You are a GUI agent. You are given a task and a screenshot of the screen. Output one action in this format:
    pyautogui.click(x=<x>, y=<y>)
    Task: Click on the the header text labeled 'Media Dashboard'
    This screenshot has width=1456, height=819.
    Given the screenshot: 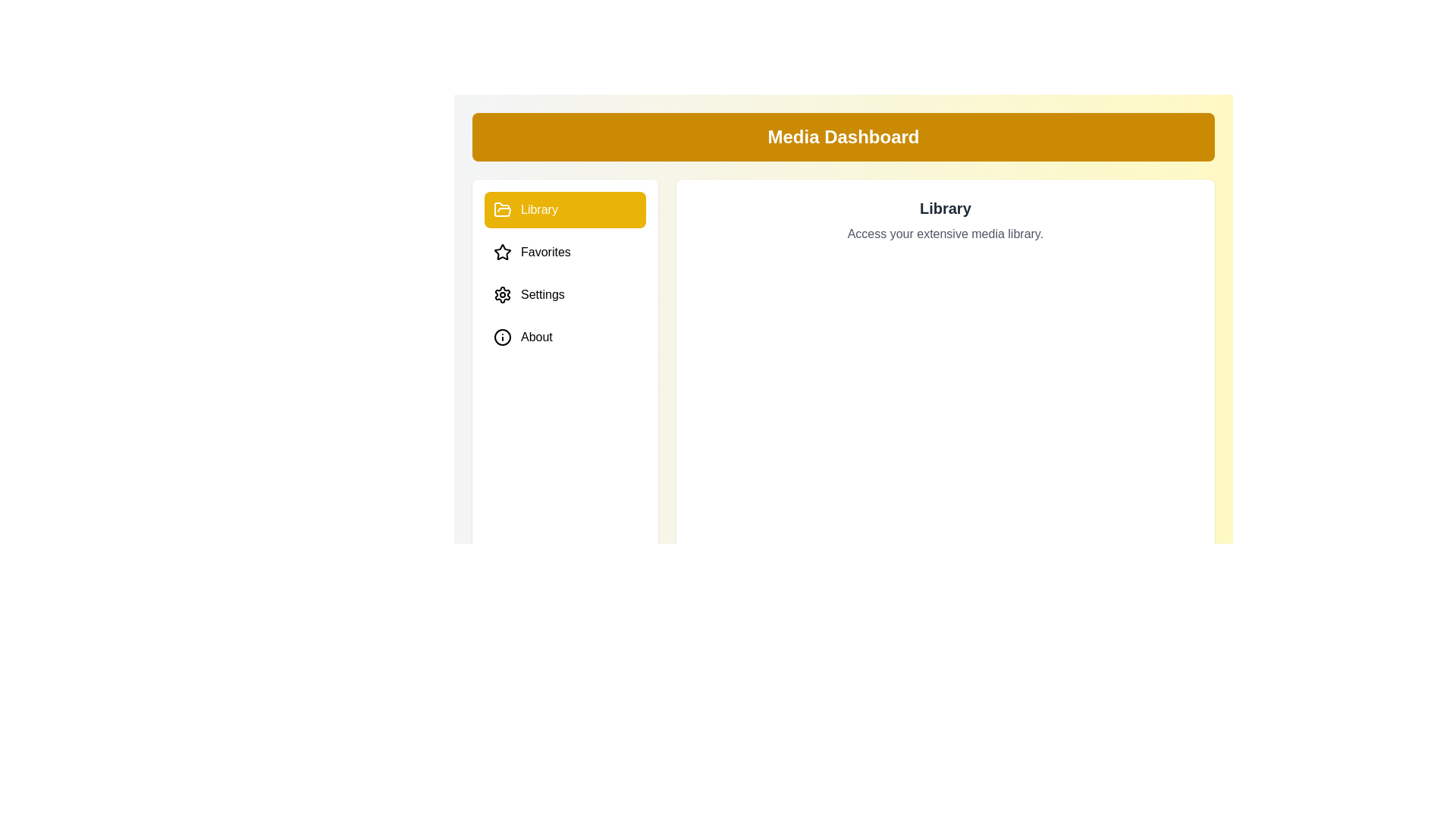 What is the action you would take?
    pyautogui.click(x=843, y=137)
    